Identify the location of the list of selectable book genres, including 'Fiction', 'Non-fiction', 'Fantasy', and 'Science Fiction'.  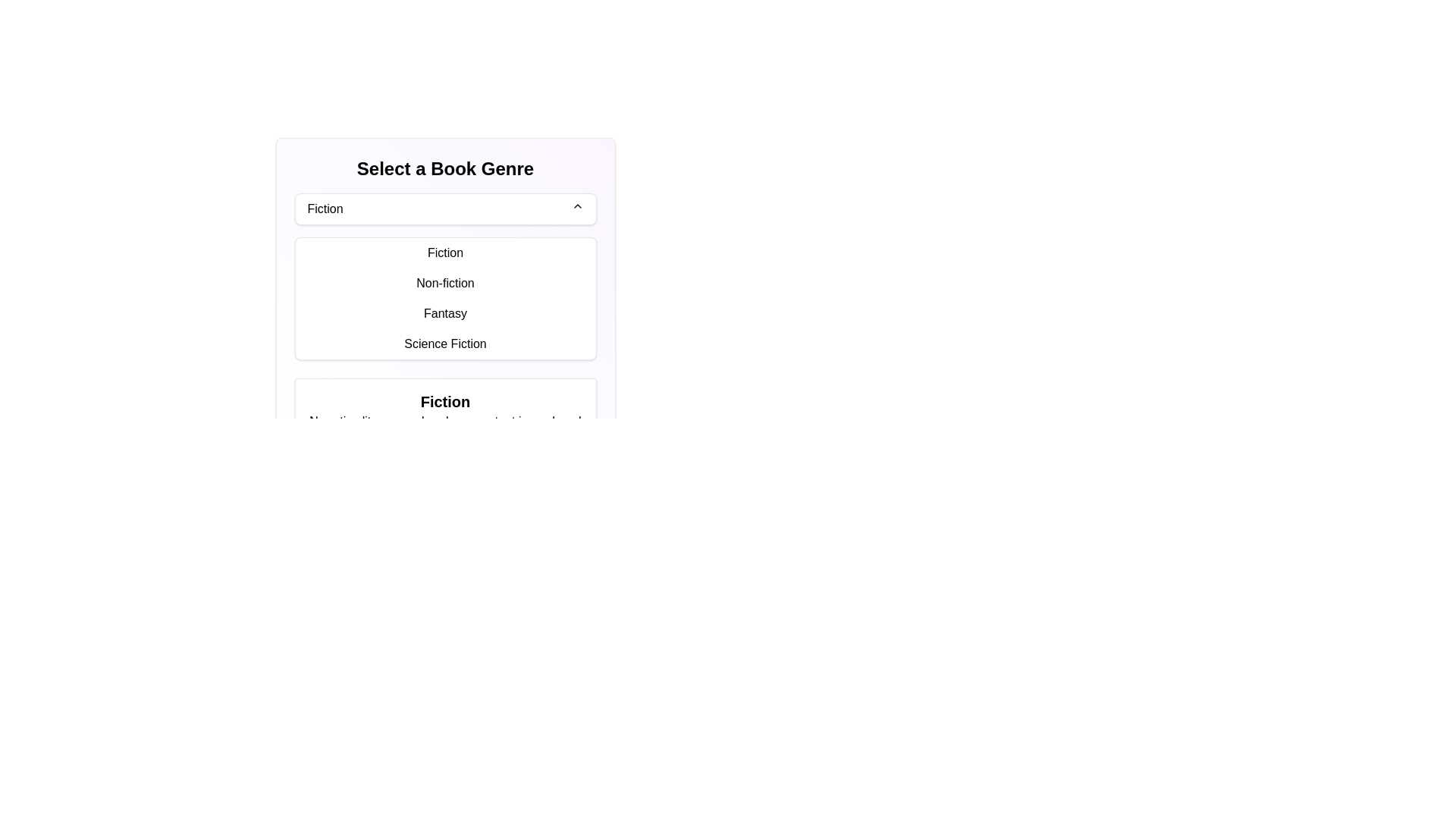
(444, 298).